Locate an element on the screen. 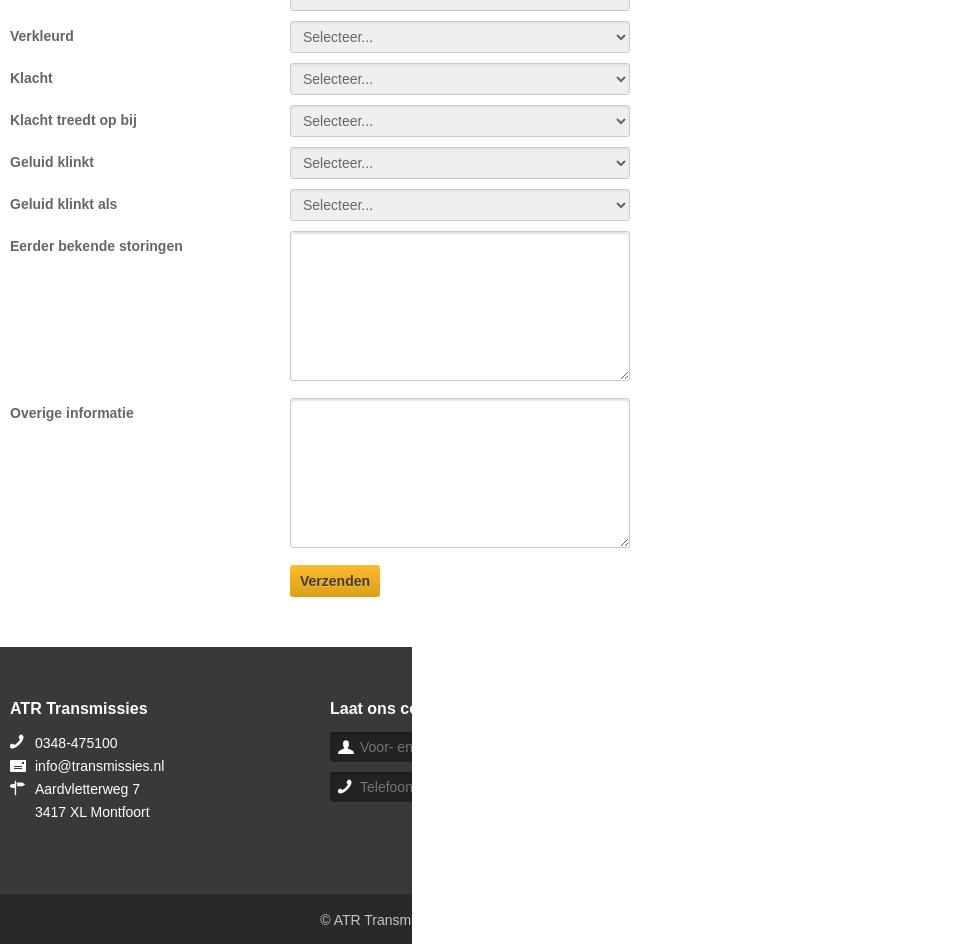 This screenshot has height=944, width=960. 'Verkleurd' is located at coordinates (40, 35).